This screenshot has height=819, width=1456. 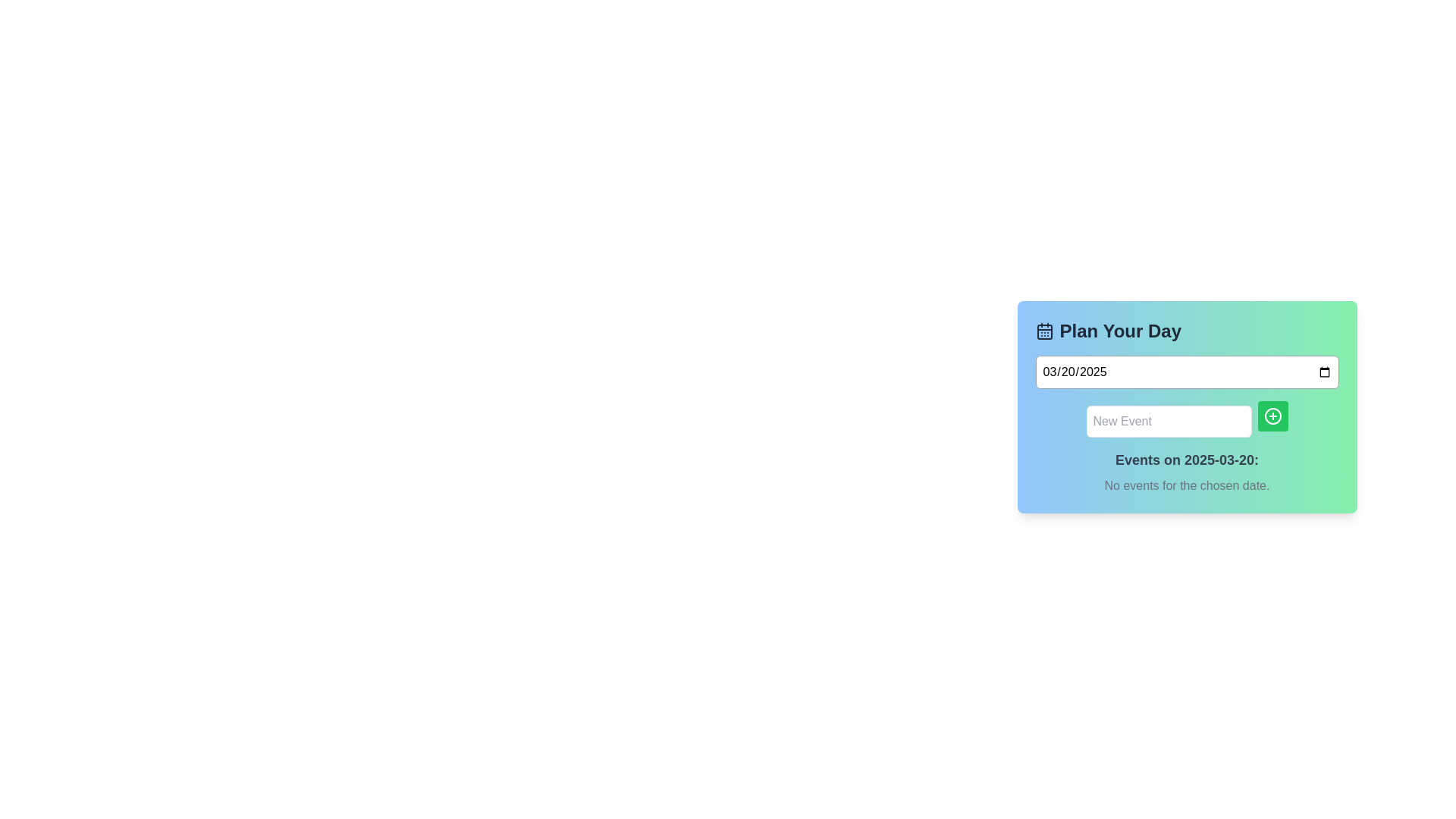 I want to click on the calendar icon located in the top-left corner of the 'Plan Your Day' section, which features a simplistic outline and rounded corners, so click(x=1043, y=330).